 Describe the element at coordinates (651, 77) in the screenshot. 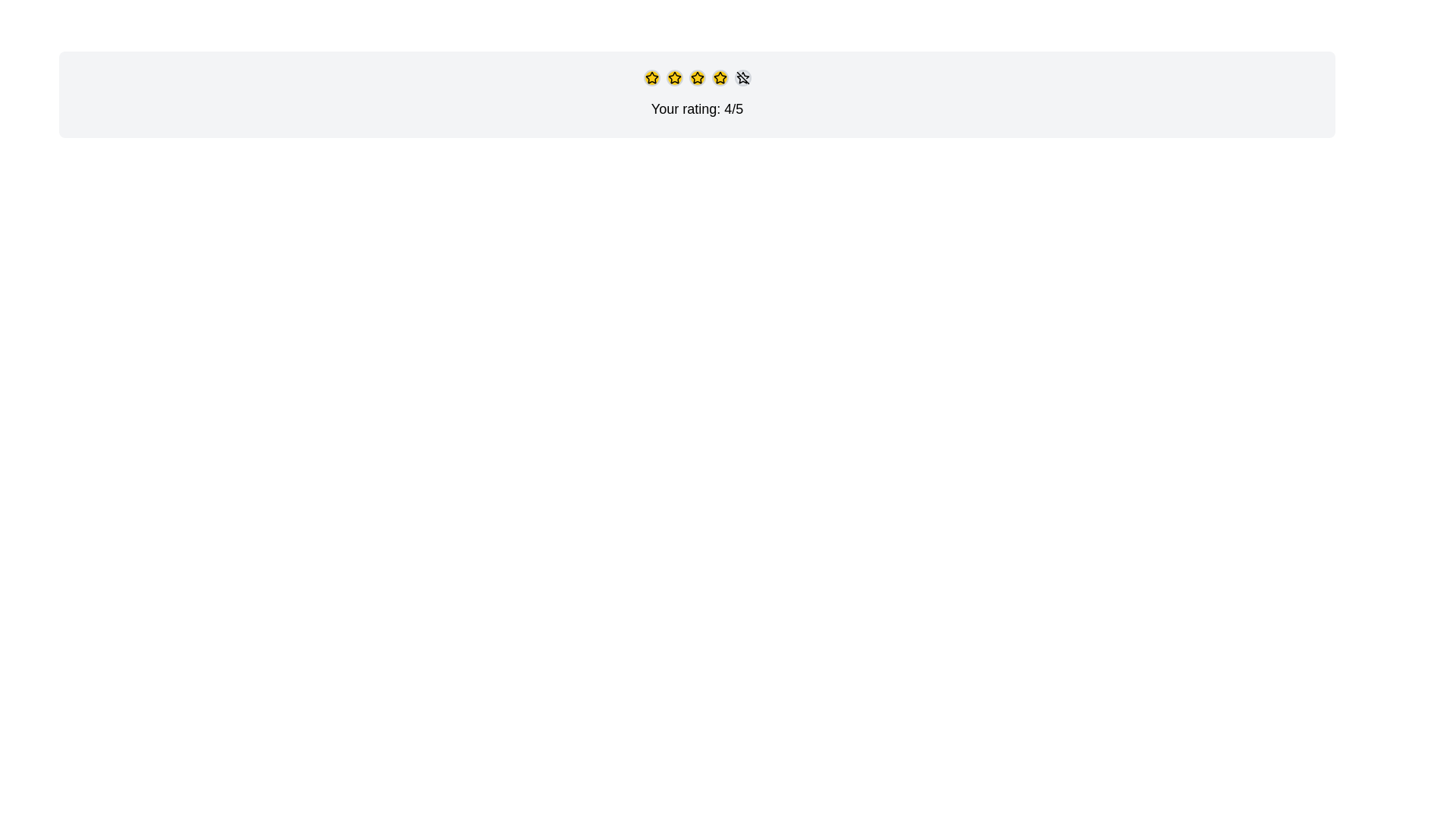

I see `the second star icon in the star rating component, which is visually filled with yellow and framed within a circular outline, positioned in a horizontal row of five stars above the text 'Your rating: 4/5'` at that location.